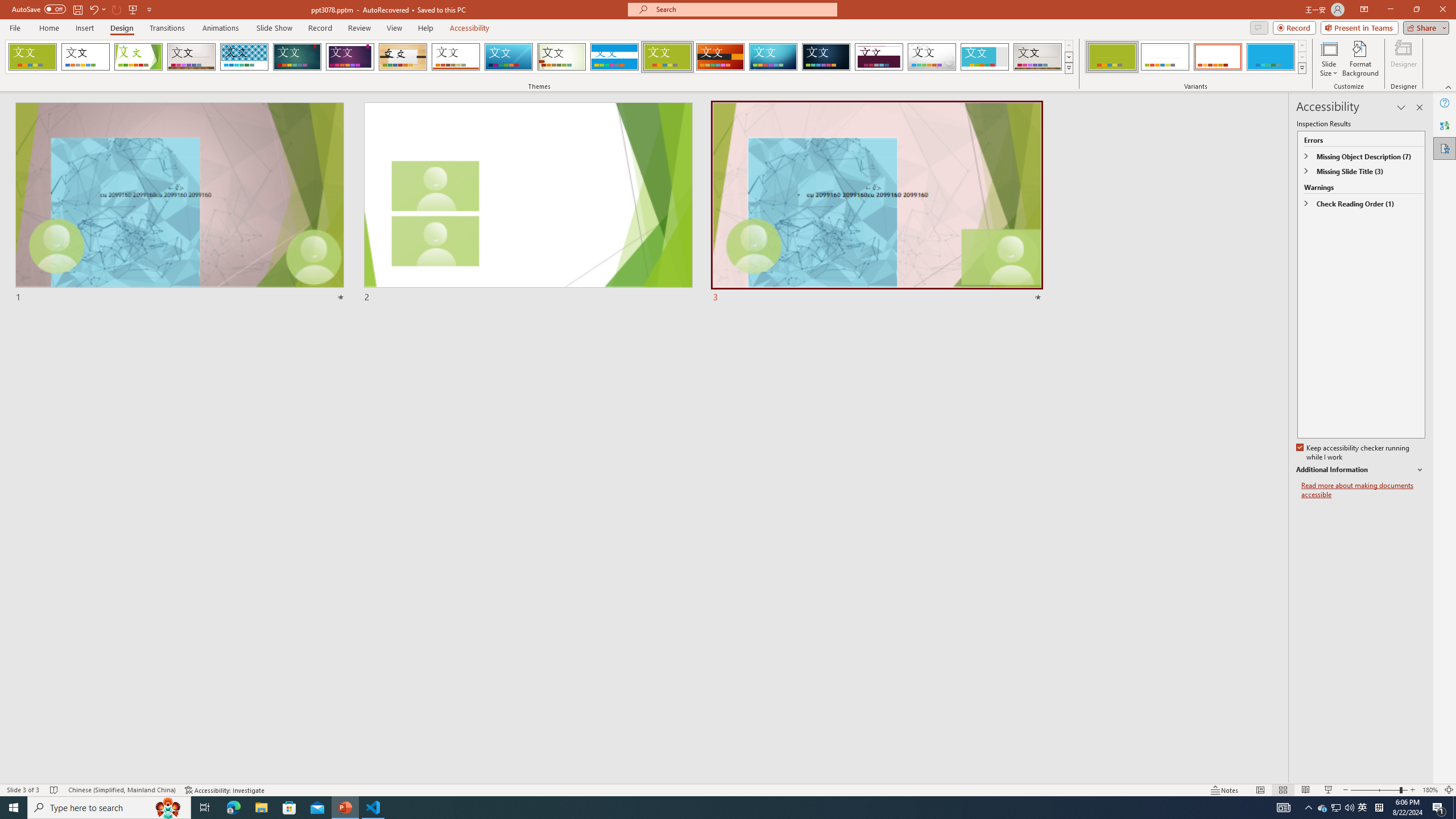 Image resolution: width=1456 pixels, height=819 pixels. I want to click on 'Ion Boardroom', so click(350, 56).